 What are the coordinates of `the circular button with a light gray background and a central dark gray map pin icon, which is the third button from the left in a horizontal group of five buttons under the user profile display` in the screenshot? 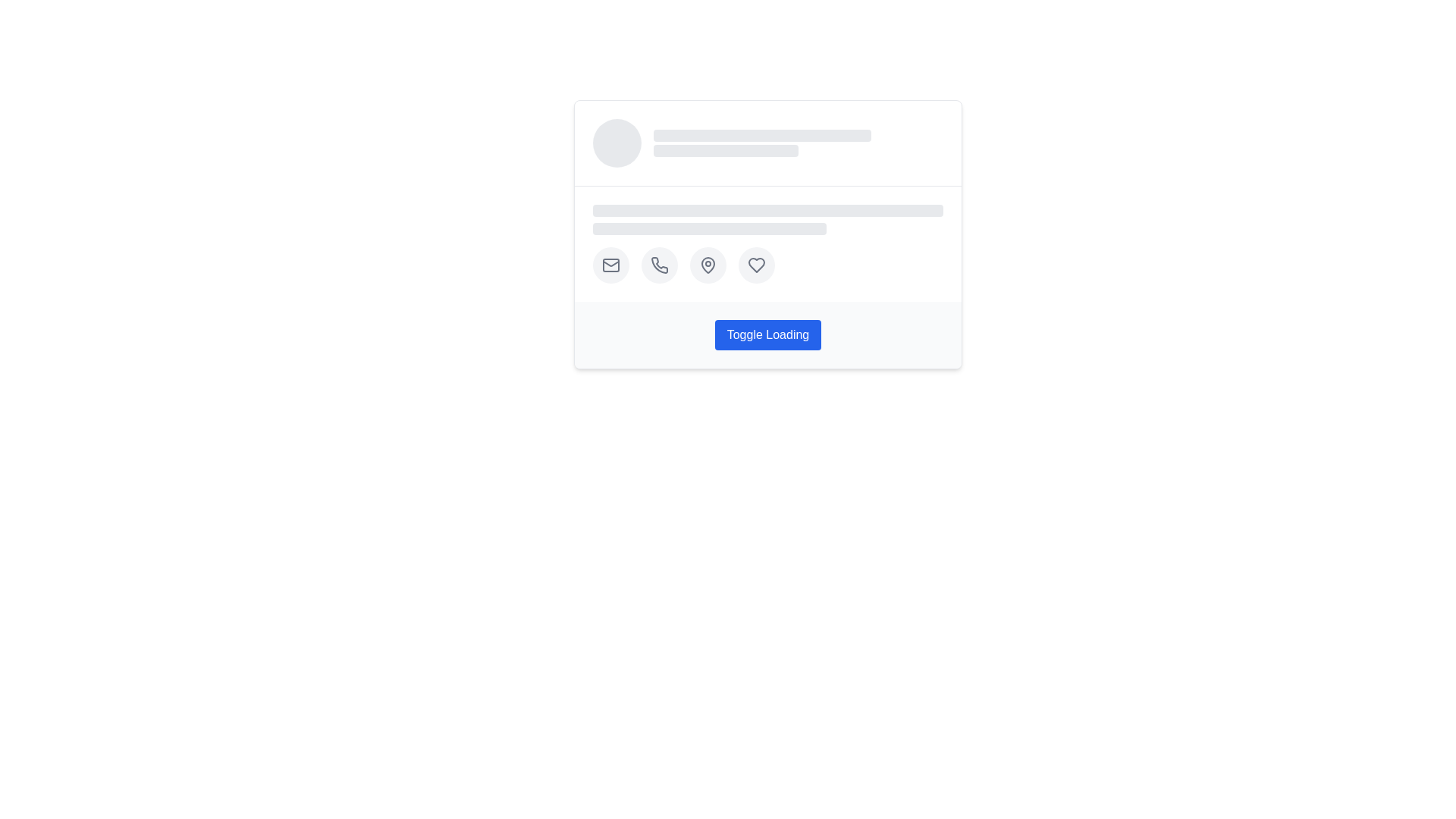 It's located at (708, 265).